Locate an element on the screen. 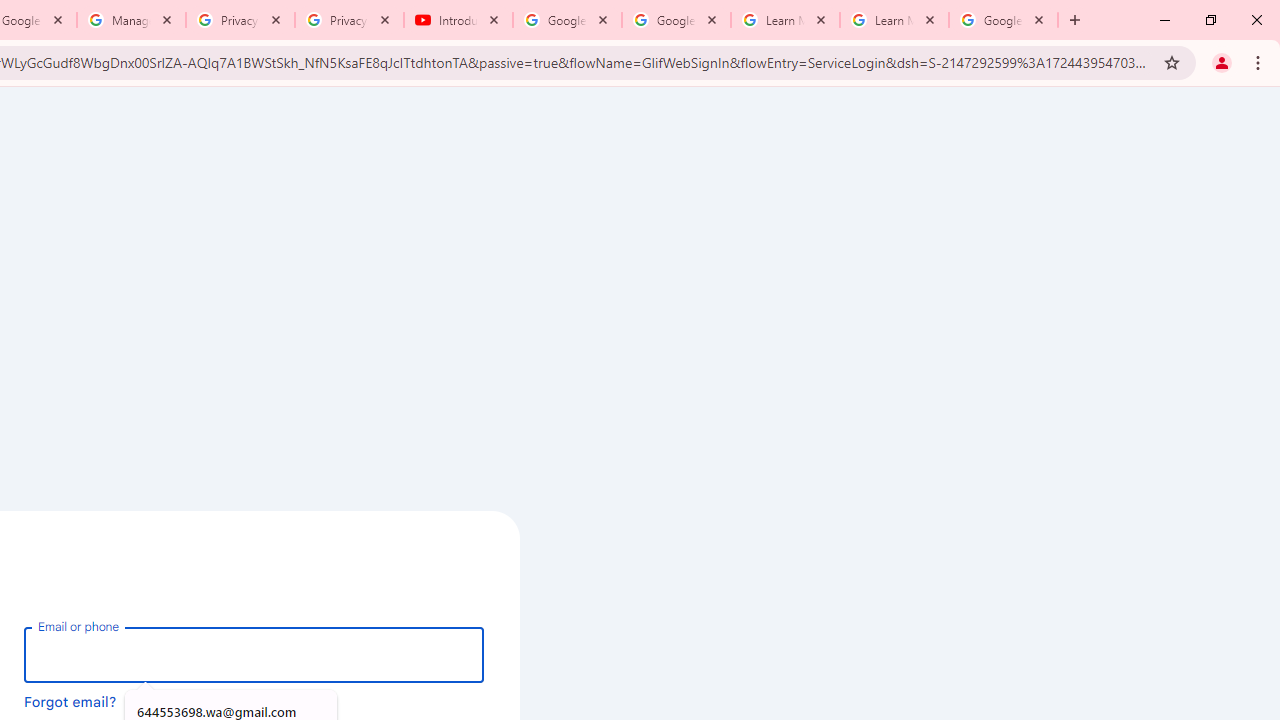 This screenshot has width=1280, height=720. 'Google Account' is located at coordinates (1003, 20).